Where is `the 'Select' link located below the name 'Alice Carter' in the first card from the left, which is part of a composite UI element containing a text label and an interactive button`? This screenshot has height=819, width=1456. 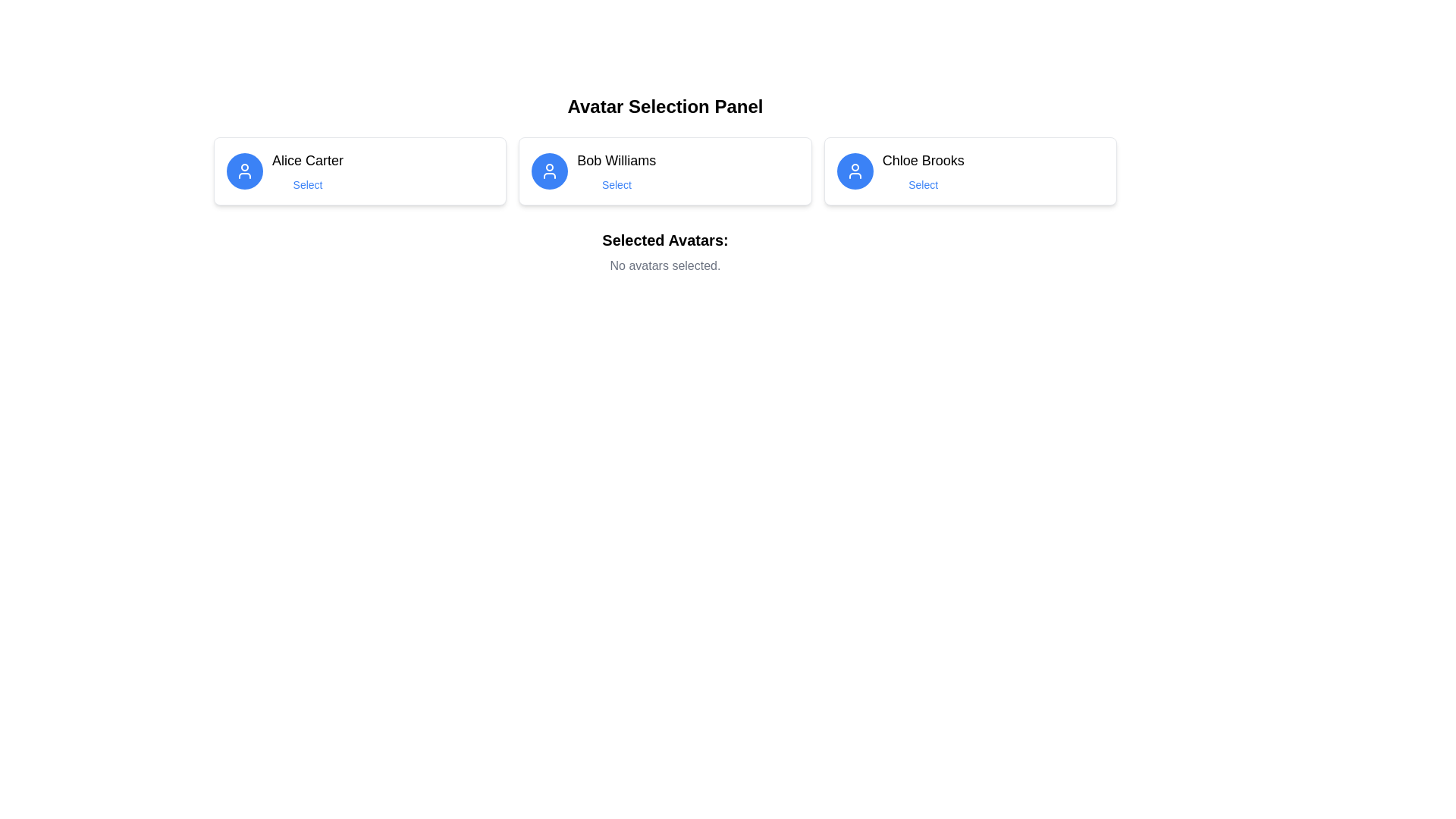 the 'Select' link located below the name 'Alice Carter' in the first card from the left, which is part of a composite UI element containing a text label and an interactive button is located at coordinates (307, 171).